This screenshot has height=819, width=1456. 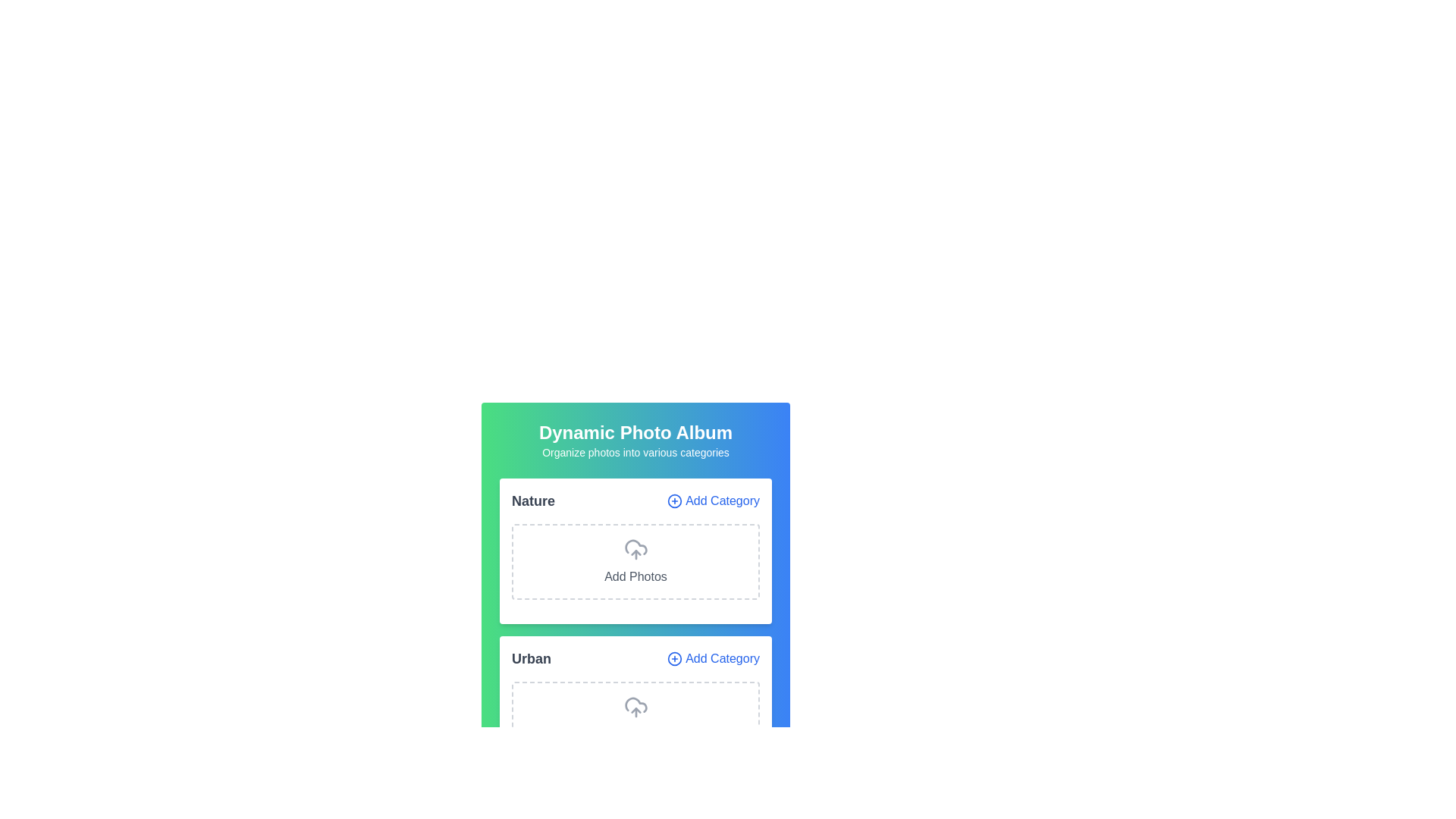 What do you see at coordinates (673, 657) in the screenshot?
I see `the hollow circle icon located on the right side of the 'Urban' section's header` at bounding box center [673, 657].